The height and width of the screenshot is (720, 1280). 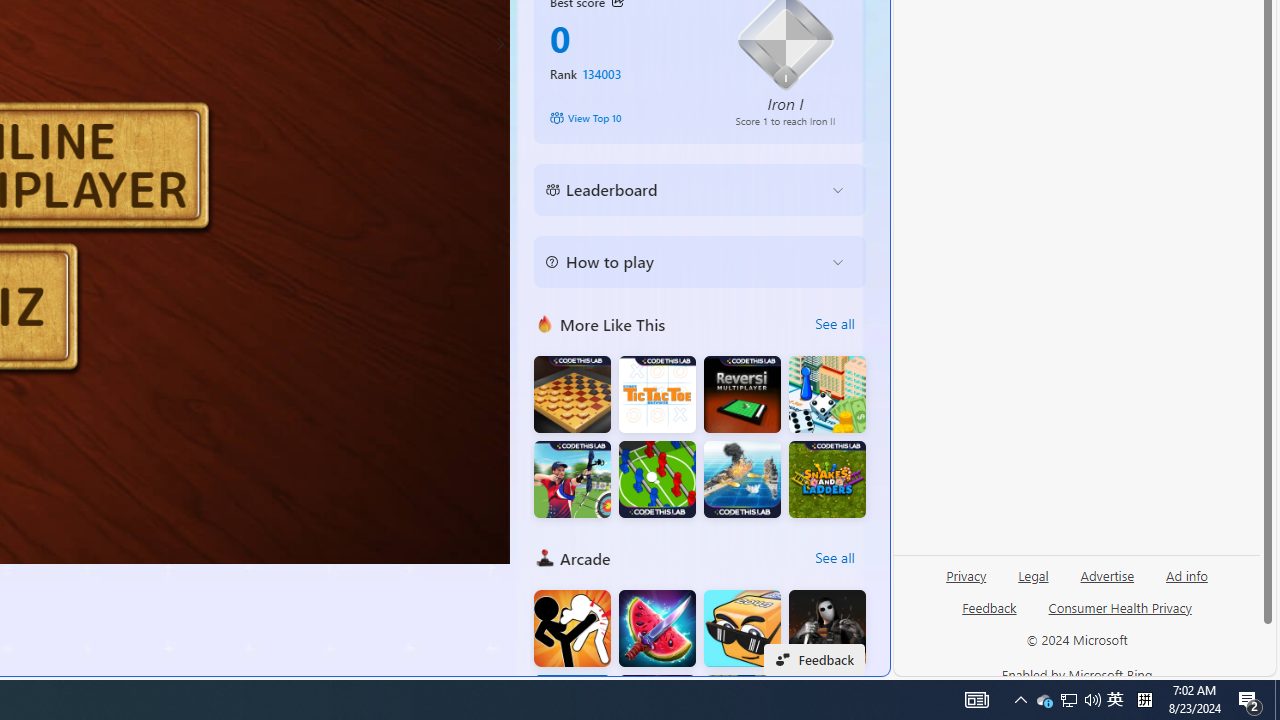 What do you see at coordinates (1120, 606) in the screenshot?
I see `'Consumer Health Privacy'` at bounding box center [1120, 606].